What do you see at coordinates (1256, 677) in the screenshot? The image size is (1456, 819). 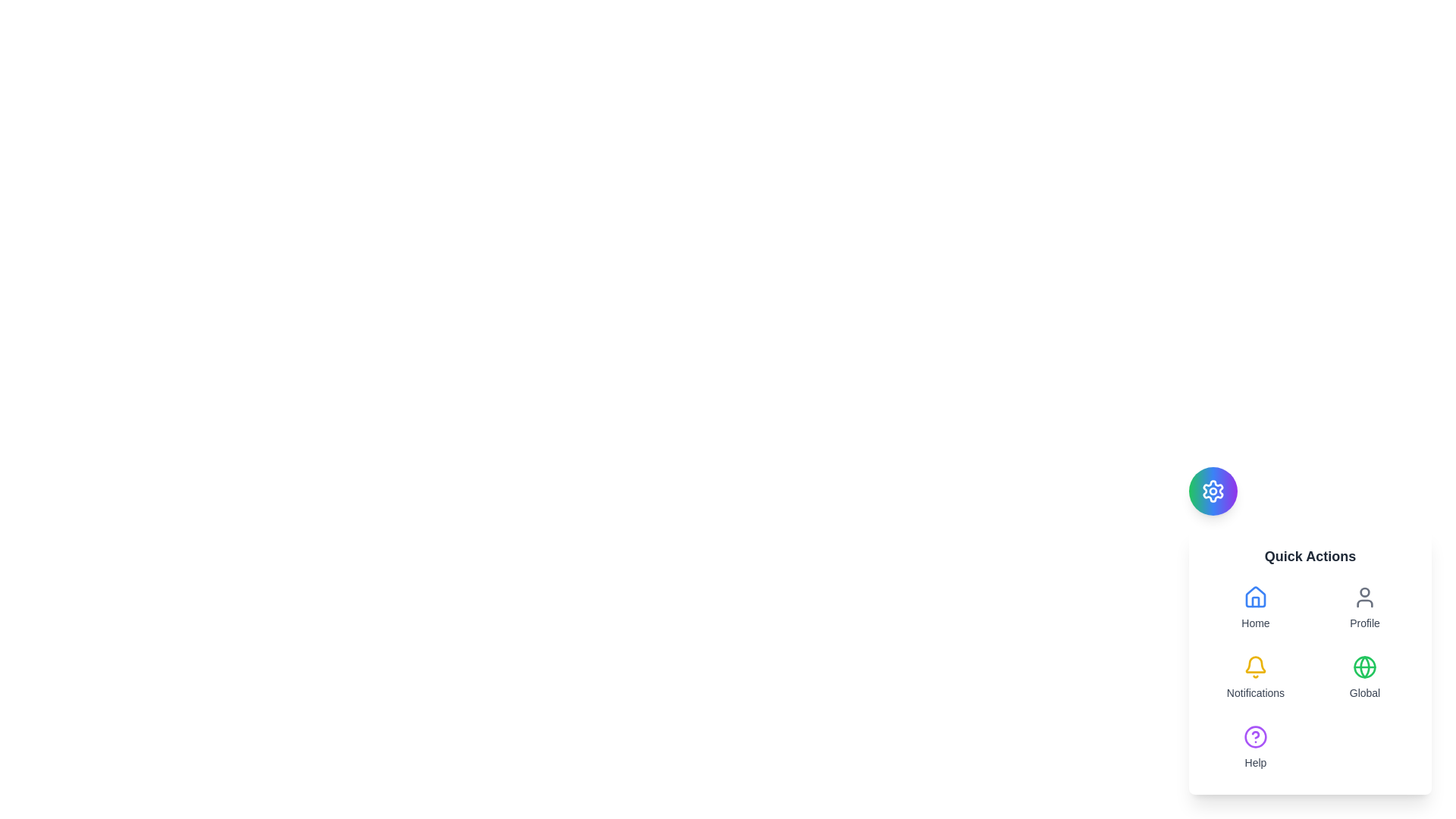 I see `the 'Notifications' button, which features a yellow bell icon and a small gray text label` at bounding box center [1256, 677].